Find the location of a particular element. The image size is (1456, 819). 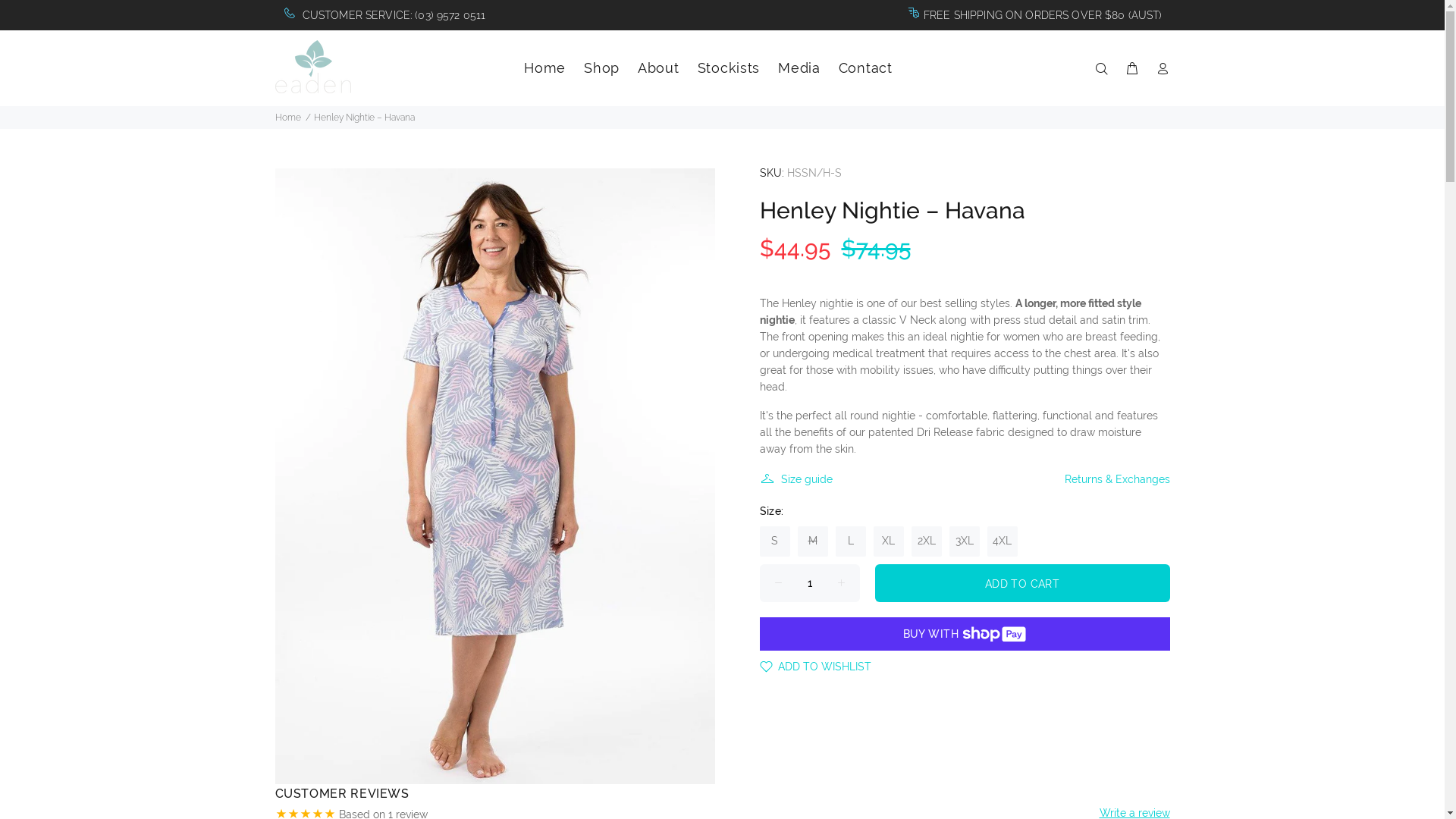

'XL' is located at coordinates (888, 540).